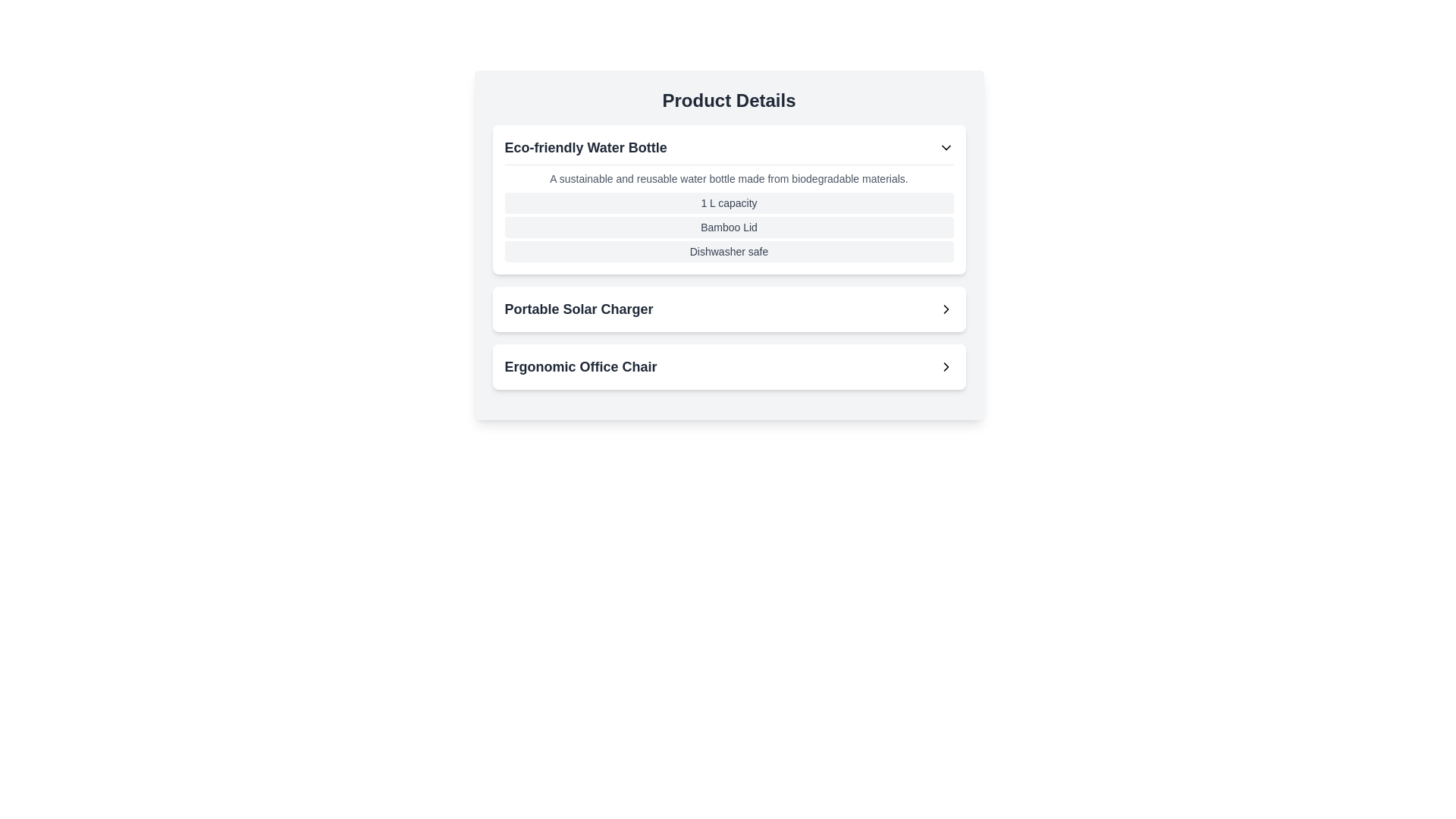  Describe the element at coordinates (729, 177) in the screenshot. I see `the text label that provides a description of the eco-friendly water bottle, positioned above the sub-details` at that location.